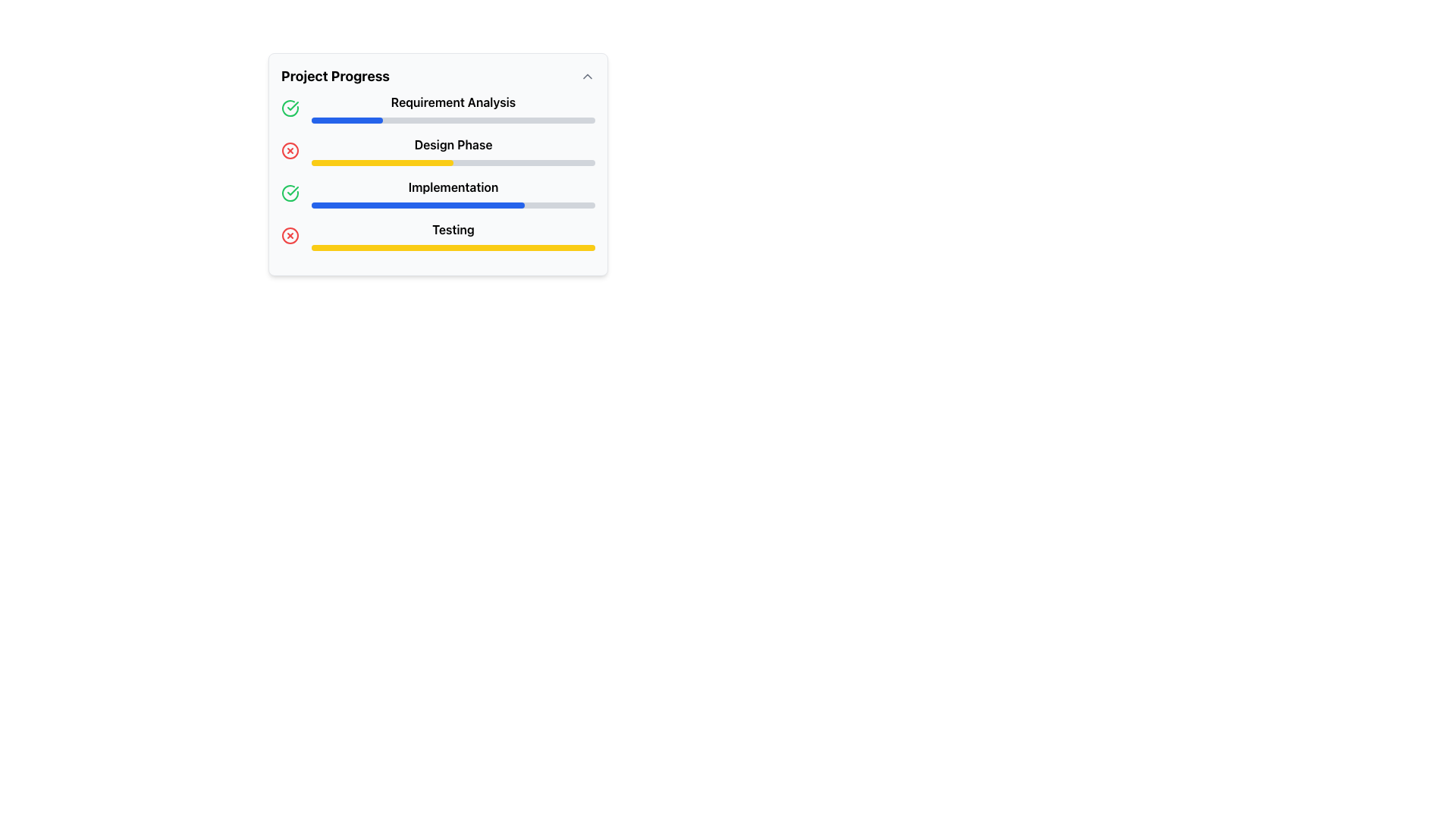  What do you see at coordinates (453, 119) in the screenshot?
I see `the first horizontal progress bar under the 'Requirement Analysis' label, indicating 25% progress in the 'Project Progress' section` at bounding box center [453, 119].